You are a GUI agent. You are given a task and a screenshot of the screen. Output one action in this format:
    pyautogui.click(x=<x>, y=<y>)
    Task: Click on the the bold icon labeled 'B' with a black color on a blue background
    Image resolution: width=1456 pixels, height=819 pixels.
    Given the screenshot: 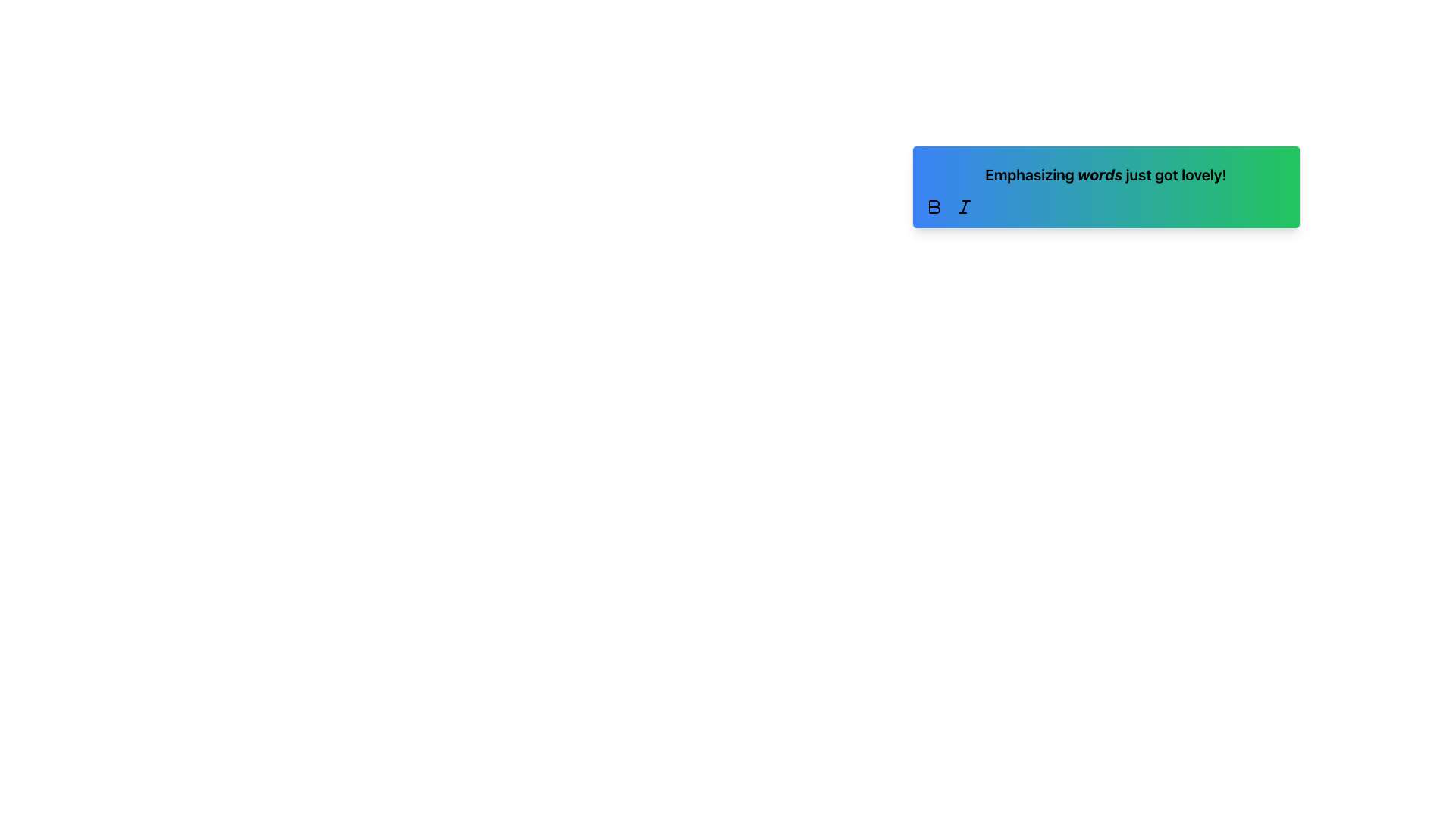 What is the action you would take?
    pyautogui.click(x=933, y=207)
    